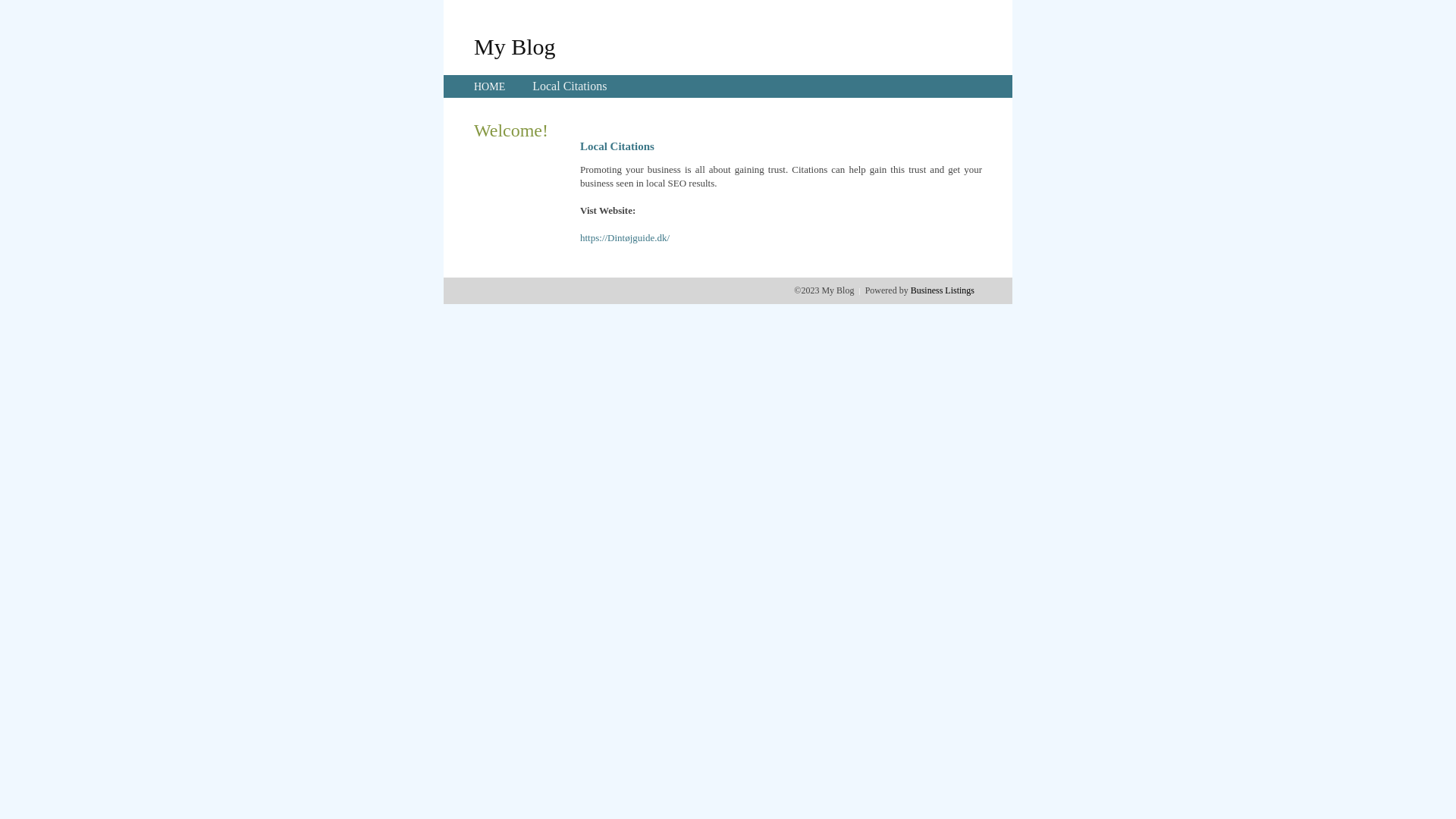 The width and height of the screenshot is (1456, 819). I want to click on 'Local Citations', so click(532, 86).